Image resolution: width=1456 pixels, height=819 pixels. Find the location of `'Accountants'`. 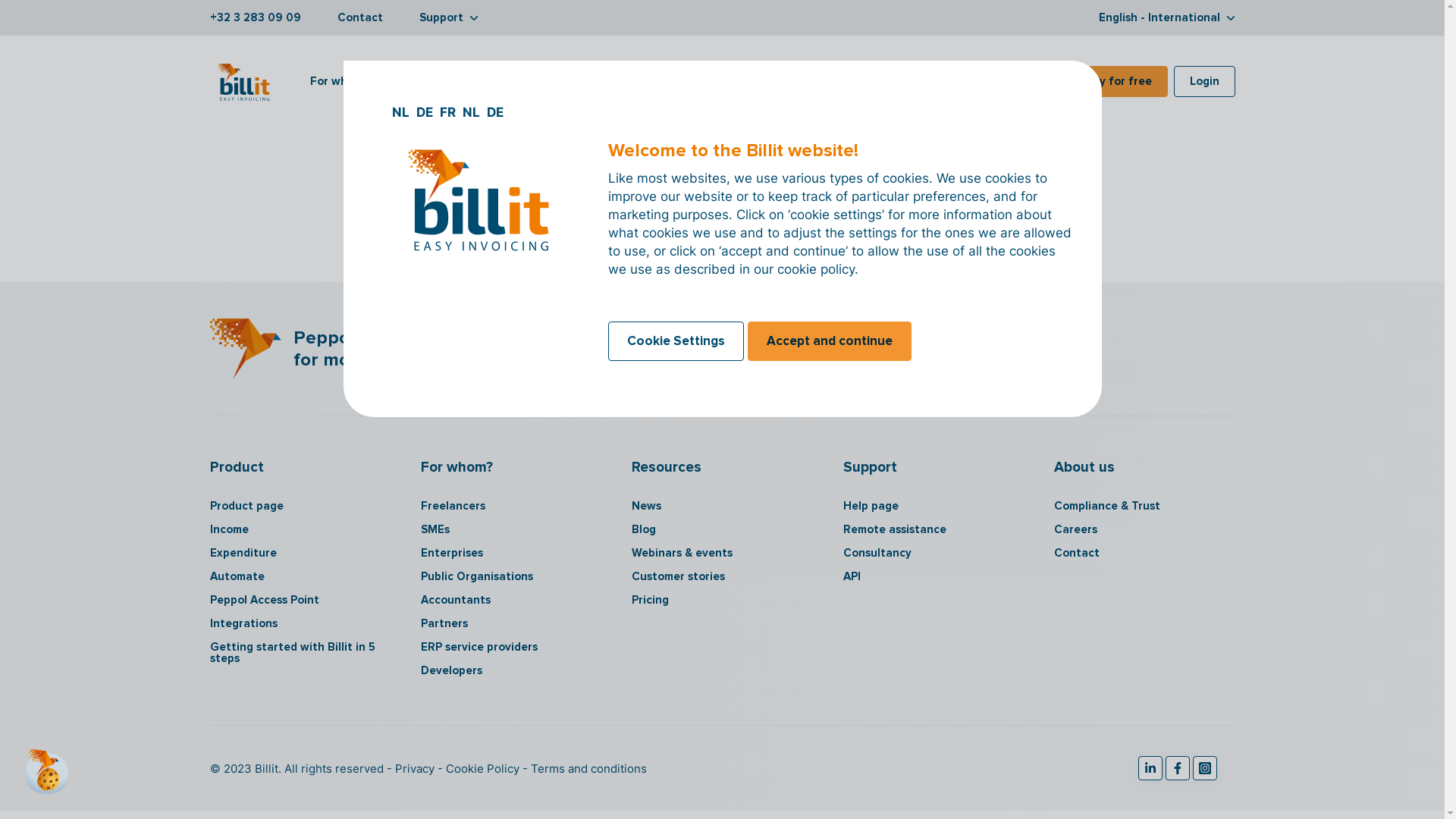

'Accountants' is located at coordinates (421, 599).